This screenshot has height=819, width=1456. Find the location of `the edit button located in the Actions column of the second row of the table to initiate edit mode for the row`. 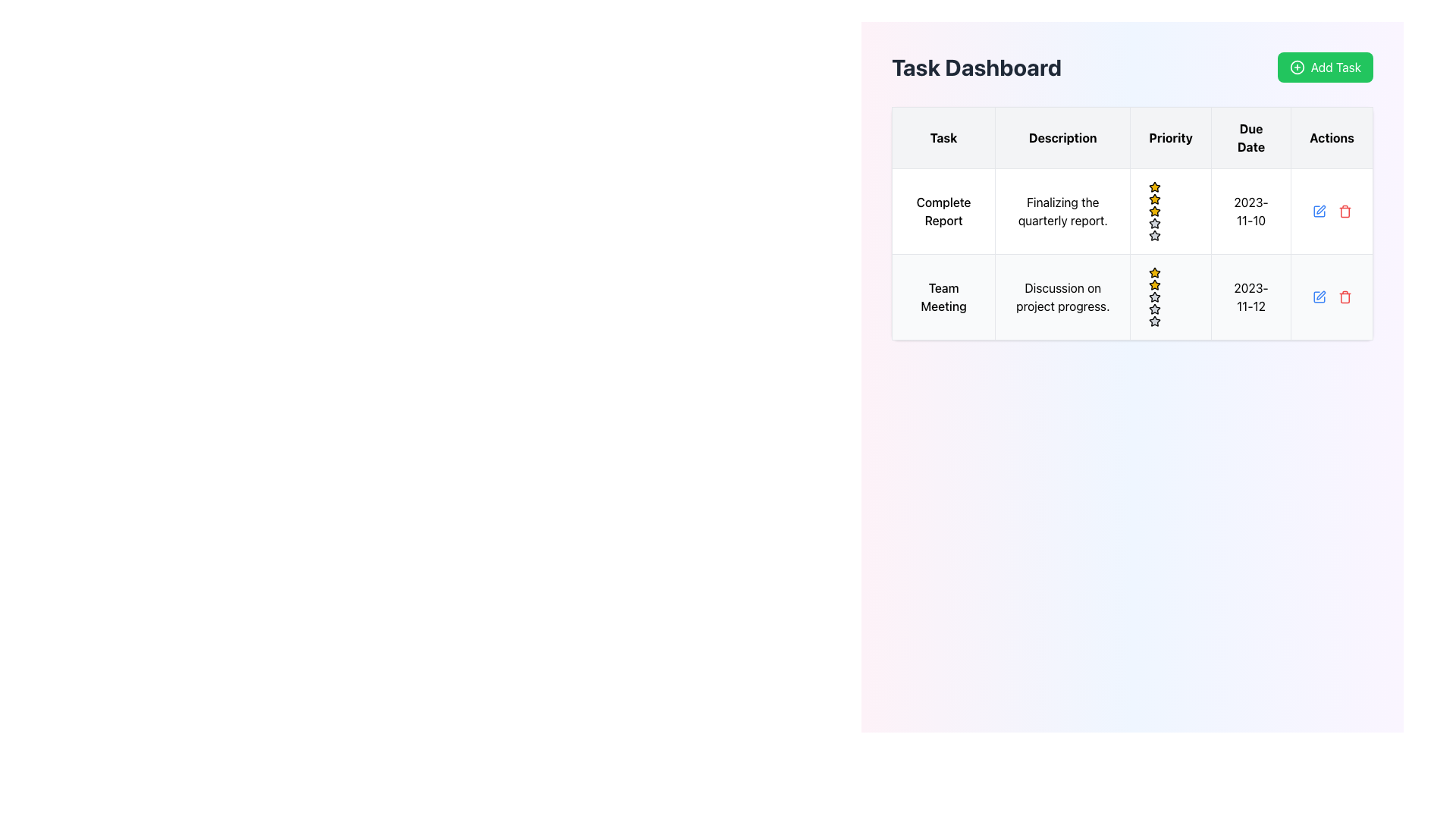

the edit button located in the Actions column of the second row of the table to initiate edit mode for the row is located at coordinates (1318, 297).